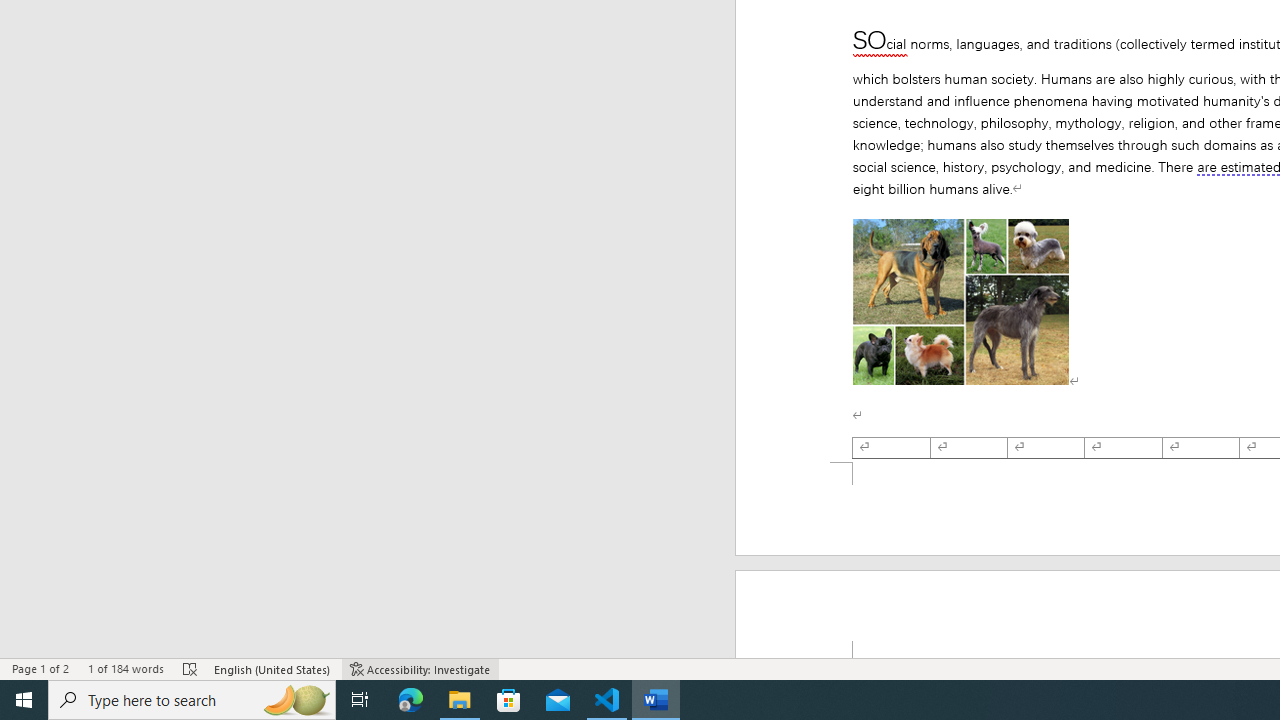 This screenshot has width=1280, height=720. Describe the element at coordinates (960, 302) in the screenshot. I see `'Morphological variation in six dogs'` at that location.